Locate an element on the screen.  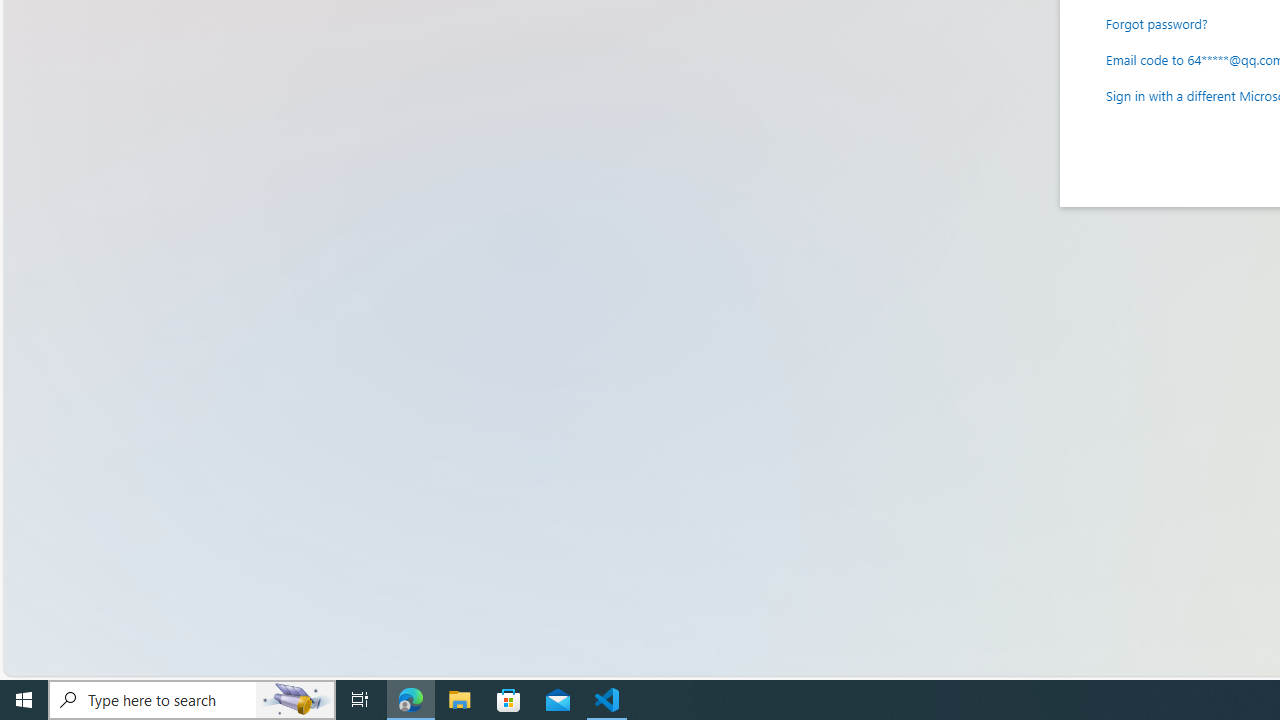
'Forgot password?' is located at coordinates (1157, 22).